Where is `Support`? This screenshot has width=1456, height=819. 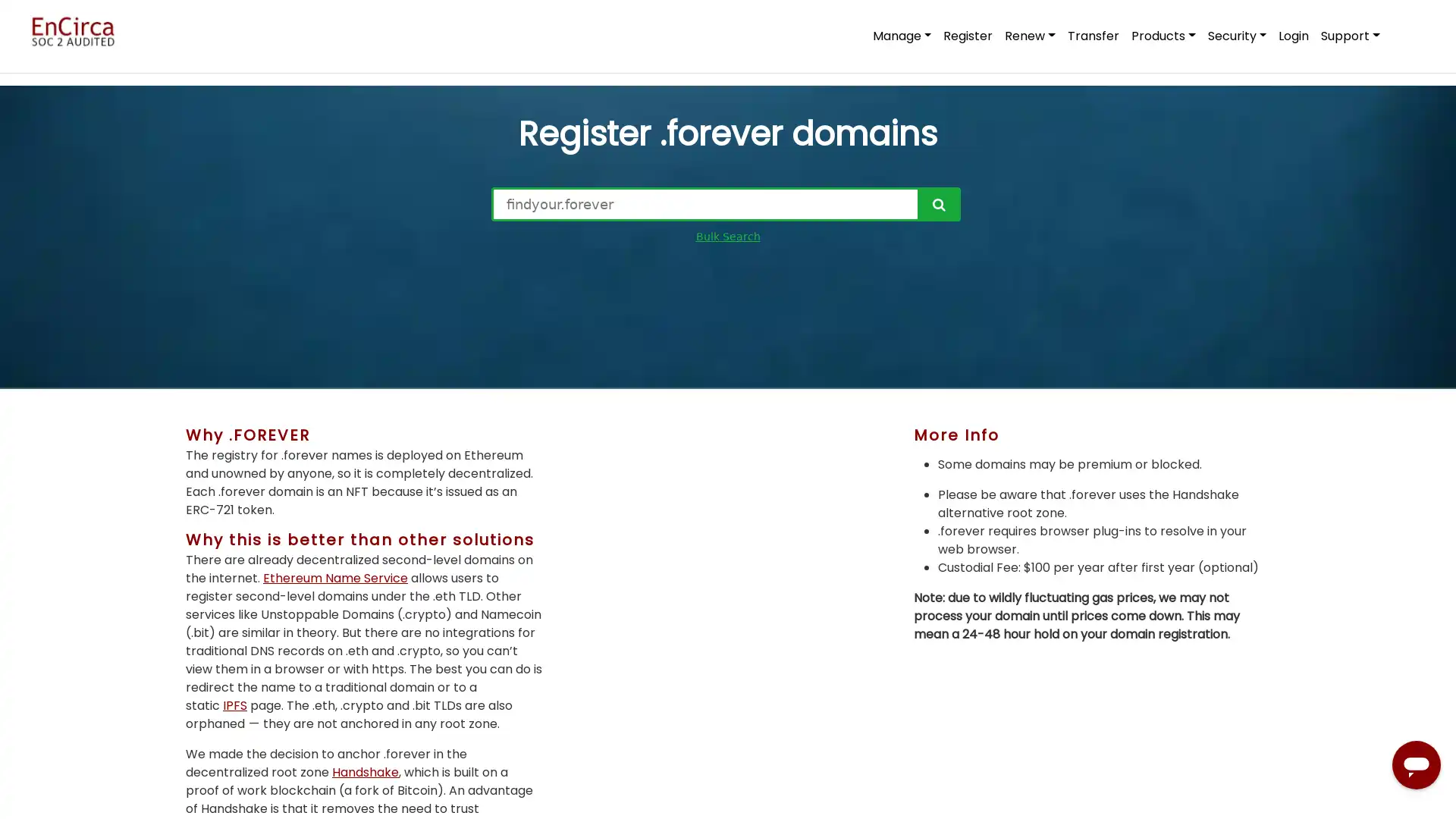
Support is located at coordinates (1350, 35).